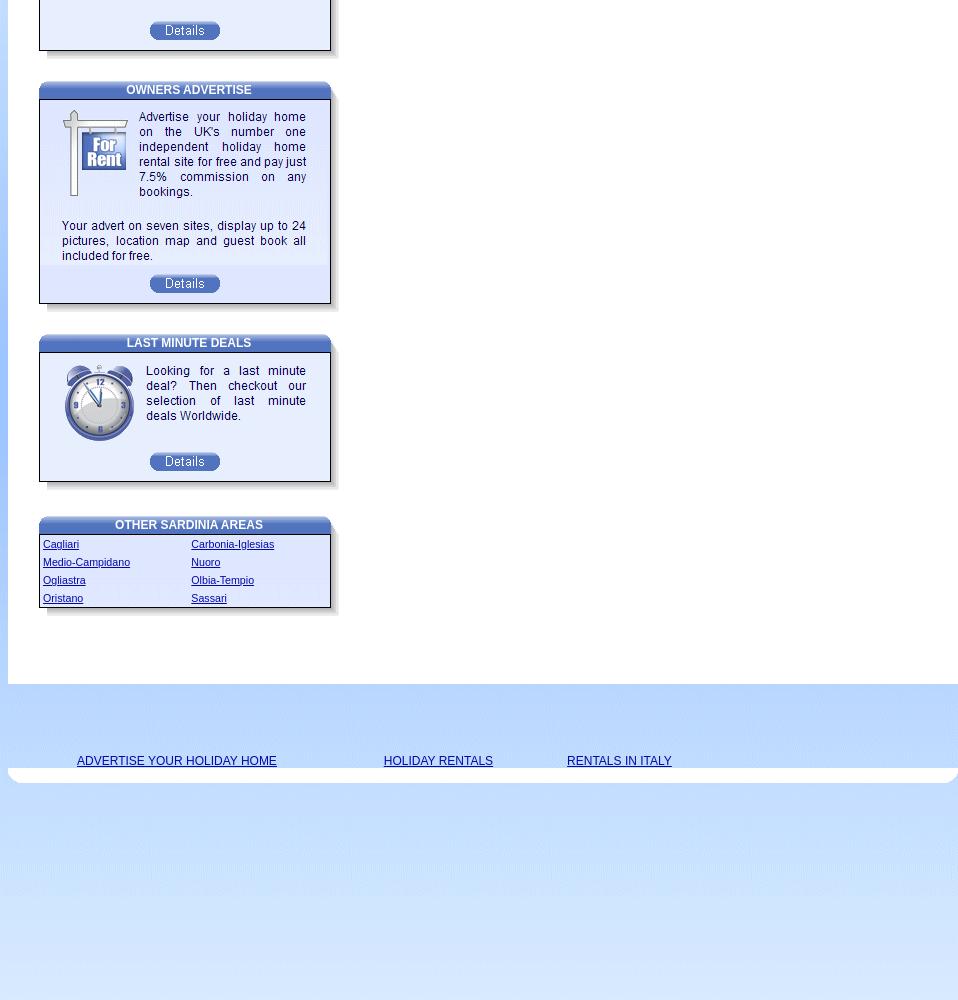  Describe the element at coordinates (62, 597) in the screenshot. I see `'Oristano'` at that location.